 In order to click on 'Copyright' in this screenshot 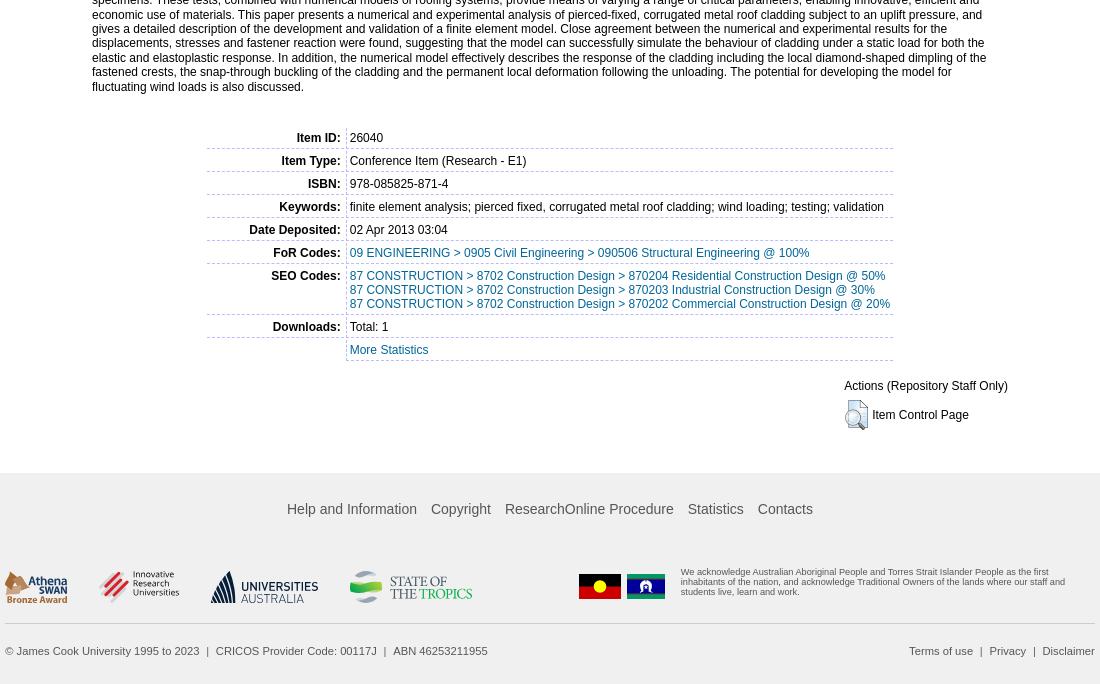, I will do `click(459, 509)`.